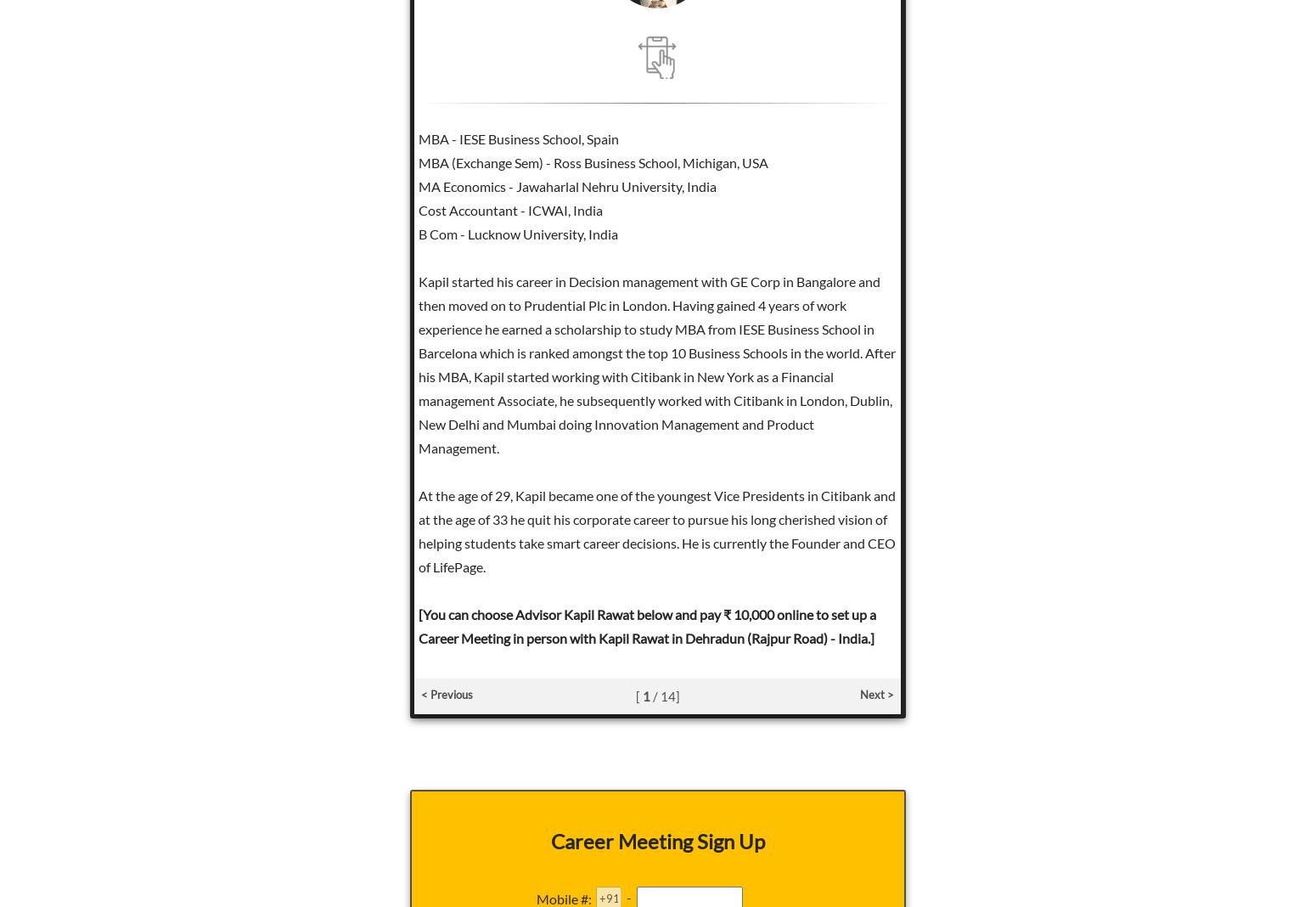 Image resolution: width=1316 pixels, height=907 pixels. Describe the element at coordinates (645, 696) in the screenshot. I see `'1'` at that location.